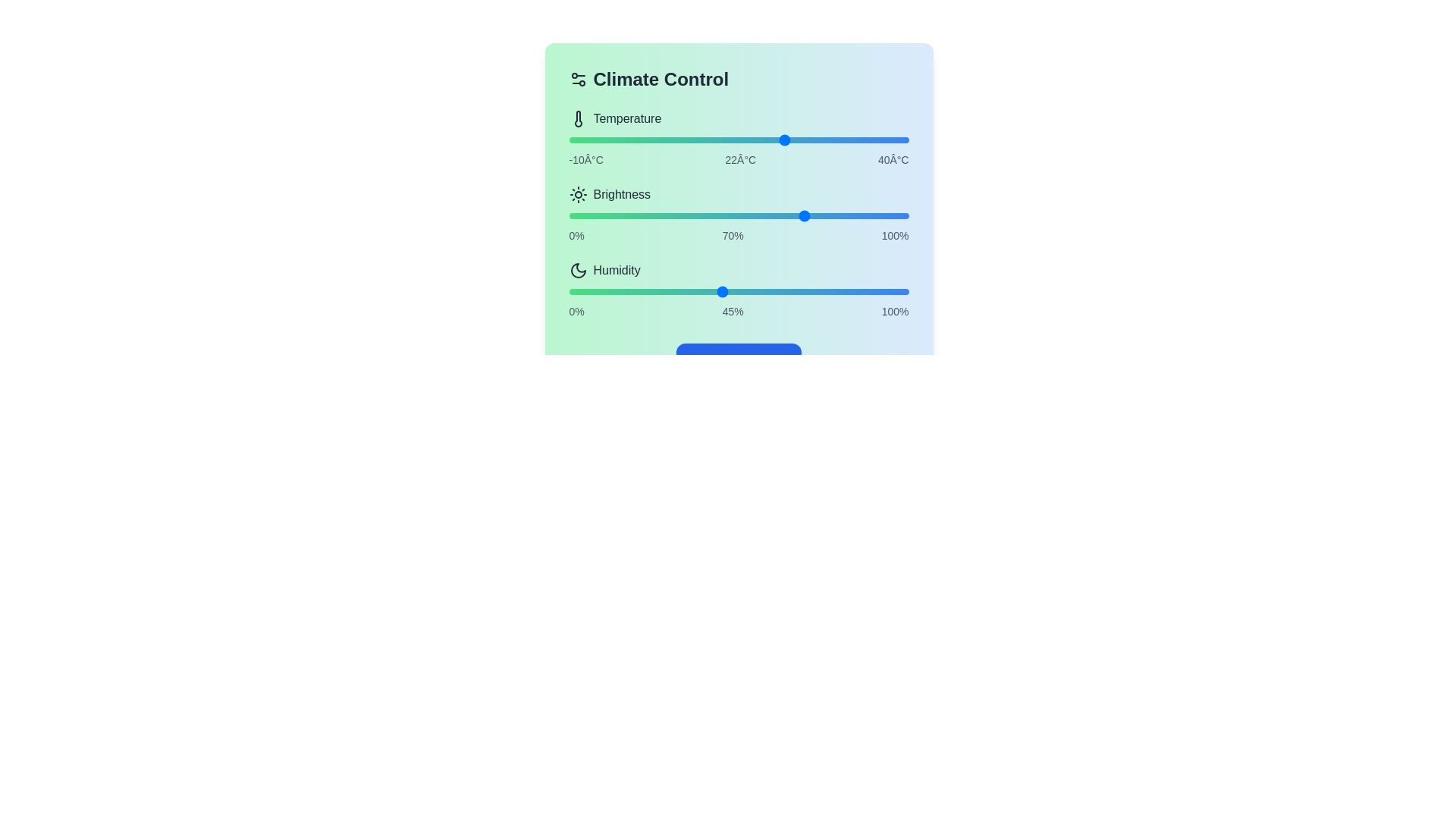 The width and height of the screenshot is (1456, 819). What do you see at coordinates (577, 270) in the screenshot?
I see `the moon icon located in the 'Climate Control' section under the 'Humidity' label, which is the first graphical element to the left of the 'Humidity' text` at bounding box center [577, 270].